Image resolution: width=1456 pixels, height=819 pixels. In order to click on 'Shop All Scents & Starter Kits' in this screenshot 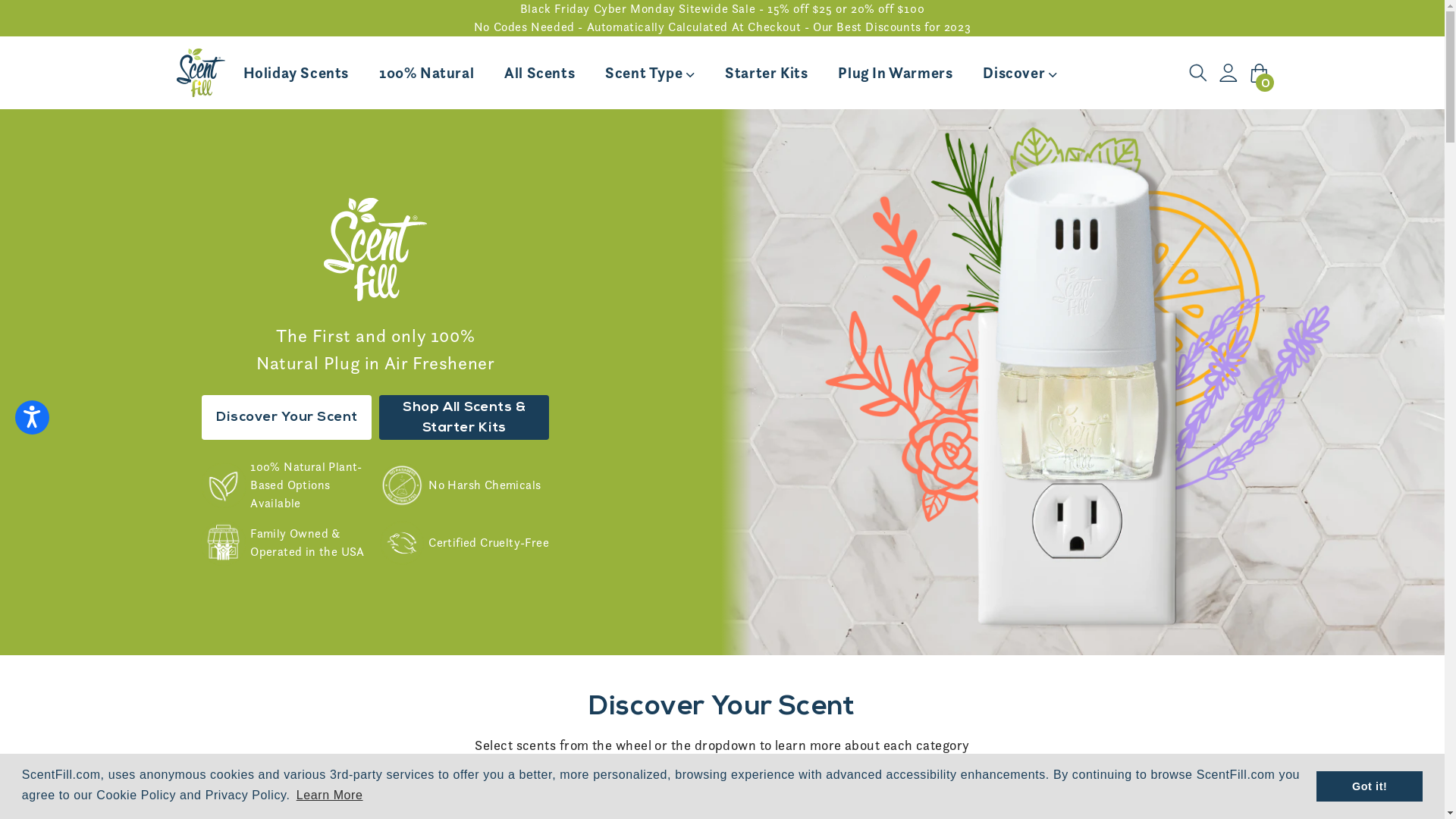, I will do `click(378, 417)`.